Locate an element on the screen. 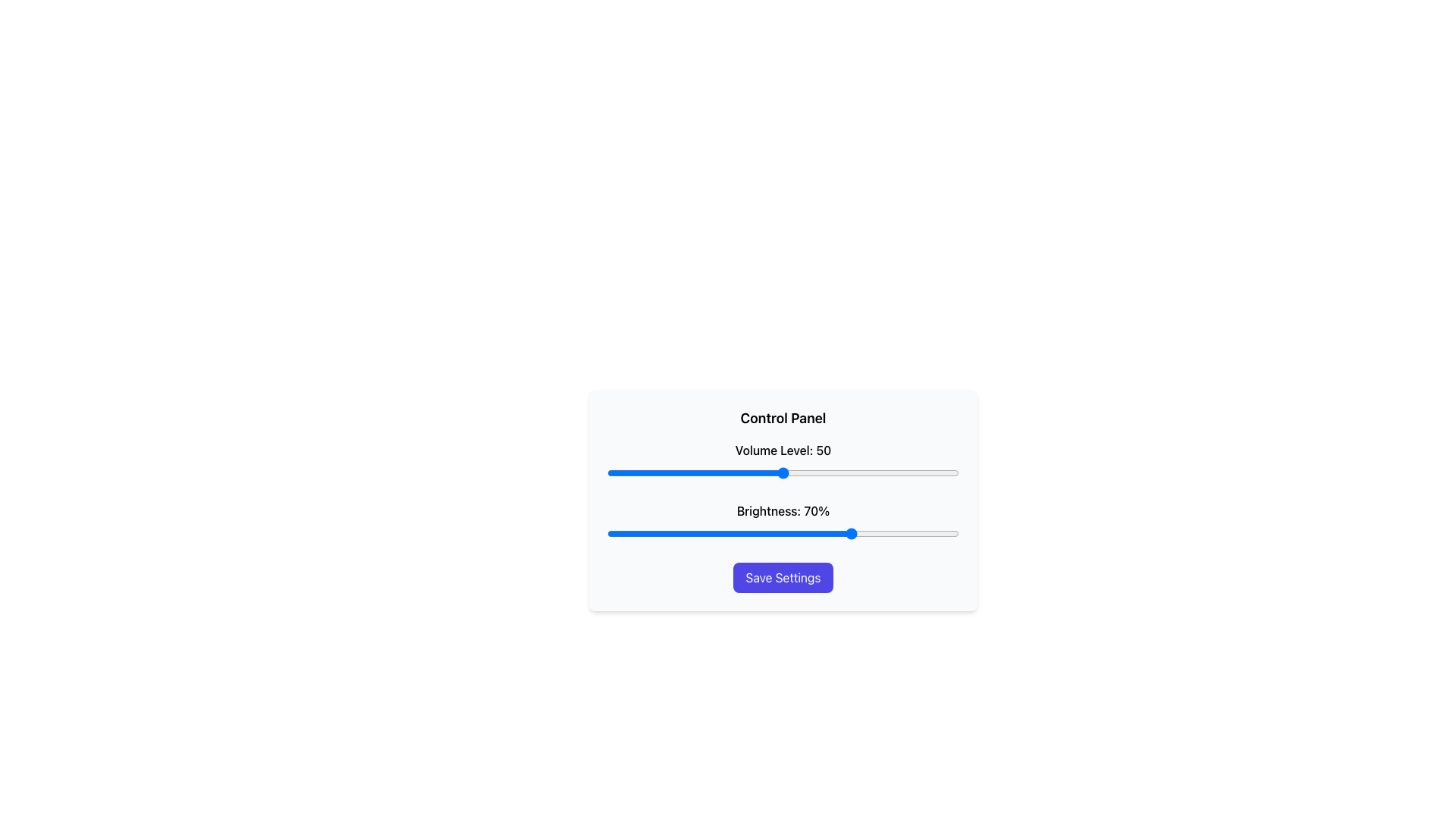 The height and width of the screenshot is (819, 1456). brightness is located at coordinates (910, 533).